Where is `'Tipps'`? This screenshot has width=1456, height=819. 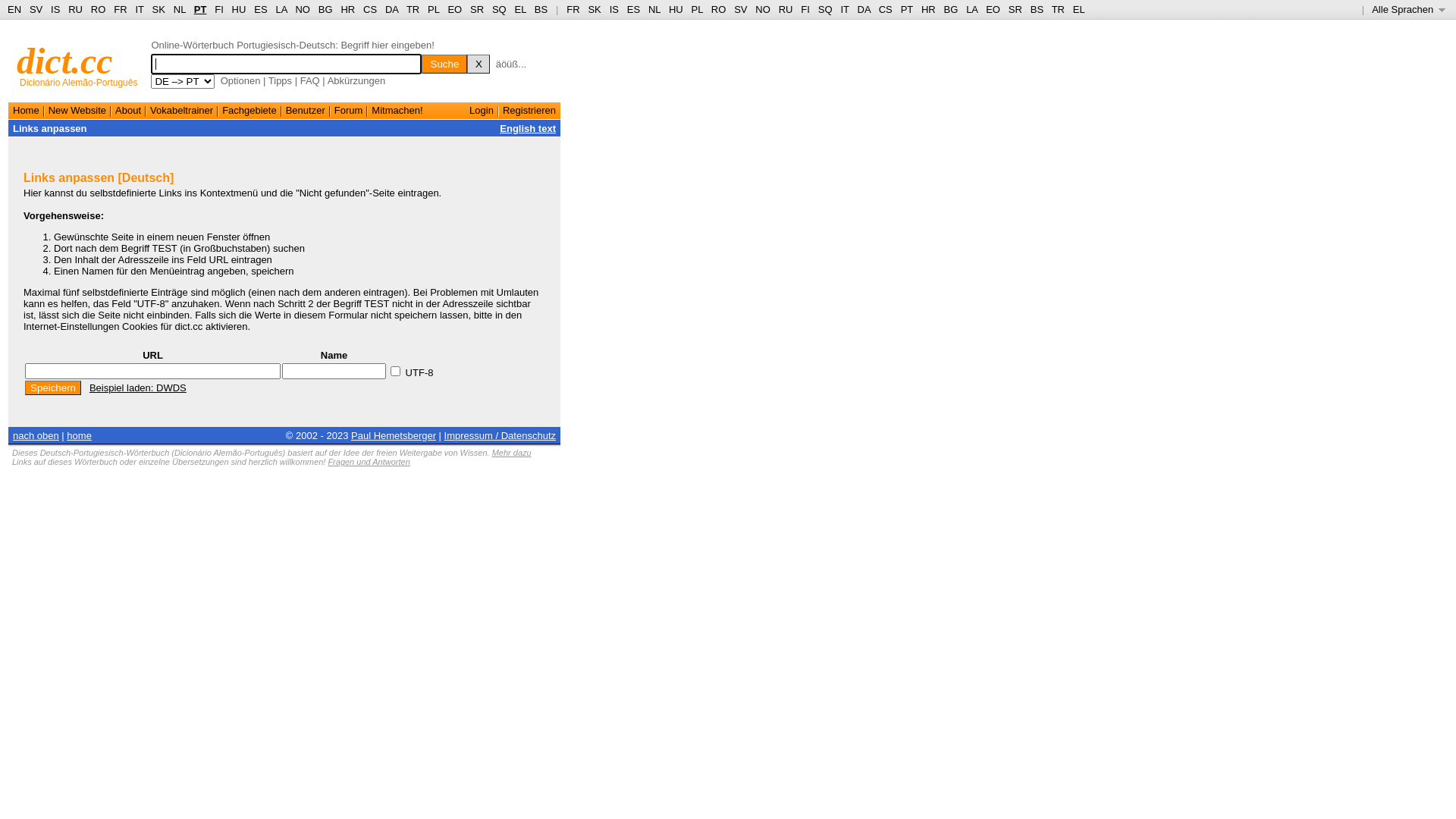
'Tipps' is located at coordinates (280, 80).